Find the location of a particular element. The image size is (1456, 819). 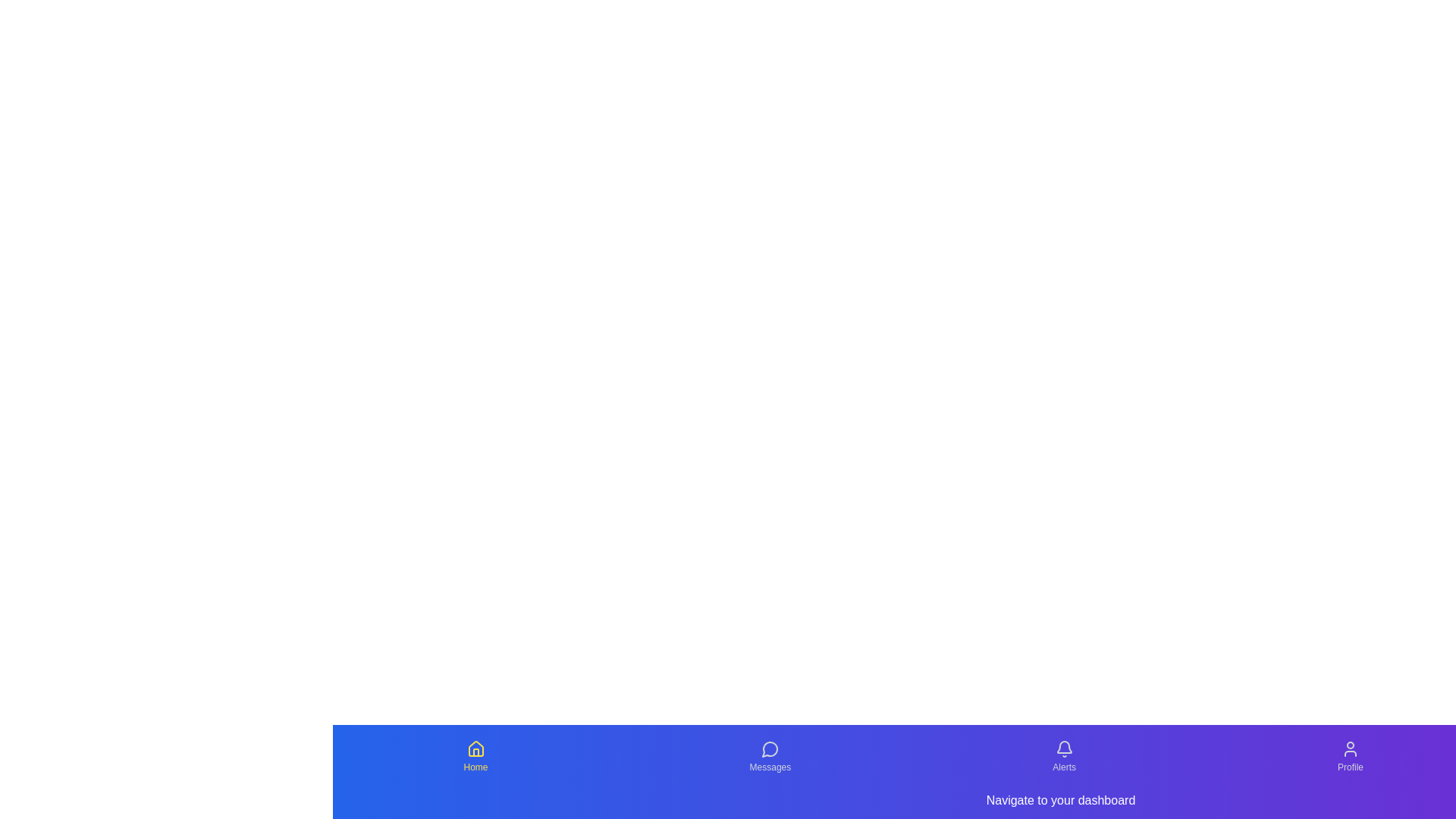

the Profile tab to observe its hover effect is located at coordinates (1350, 757).